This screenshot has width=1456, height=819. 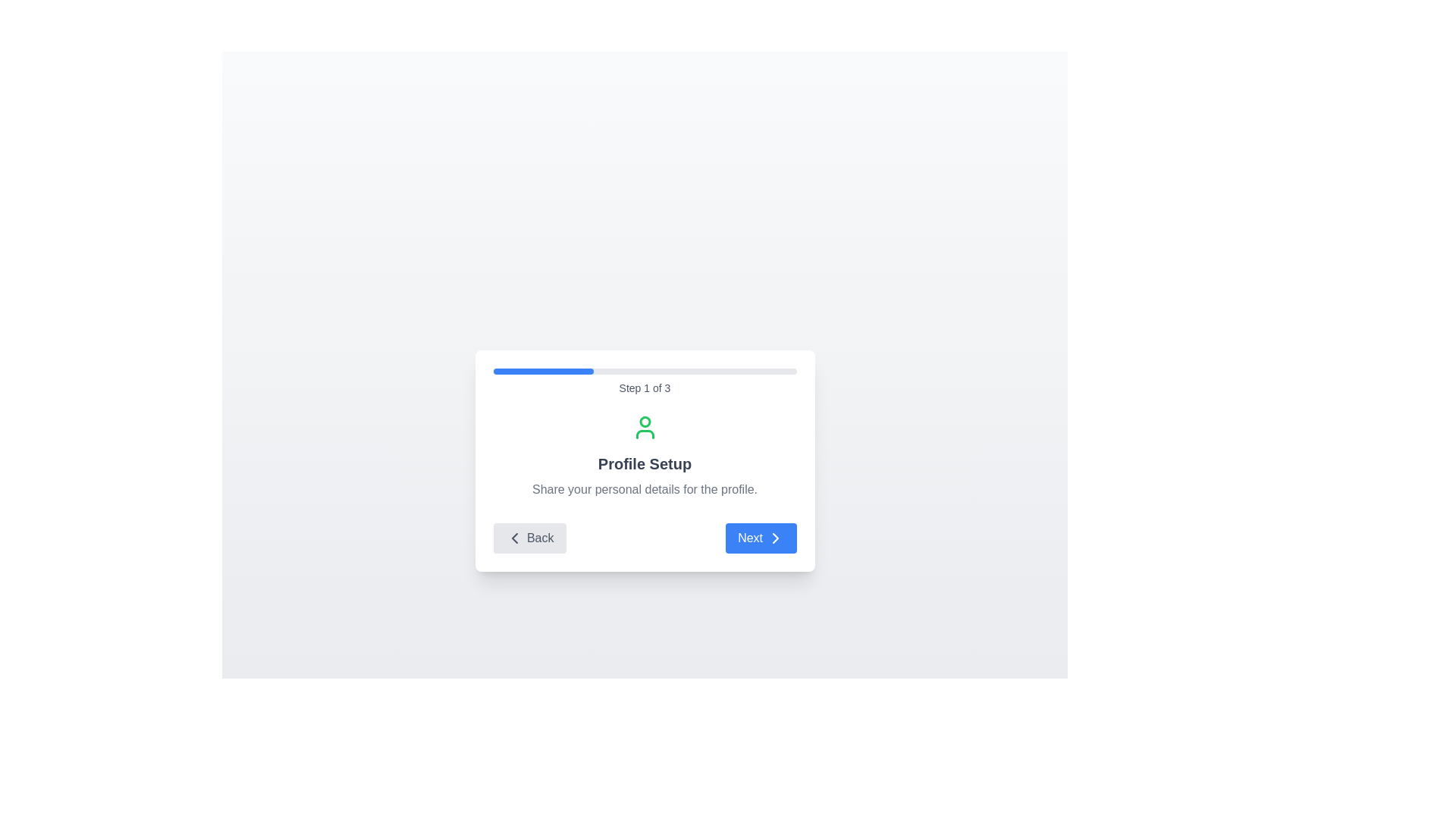 I want to click on the text component displaying 'Step 1 of 3' below the progress bar by clicking on it, so click(x=645, y=387).